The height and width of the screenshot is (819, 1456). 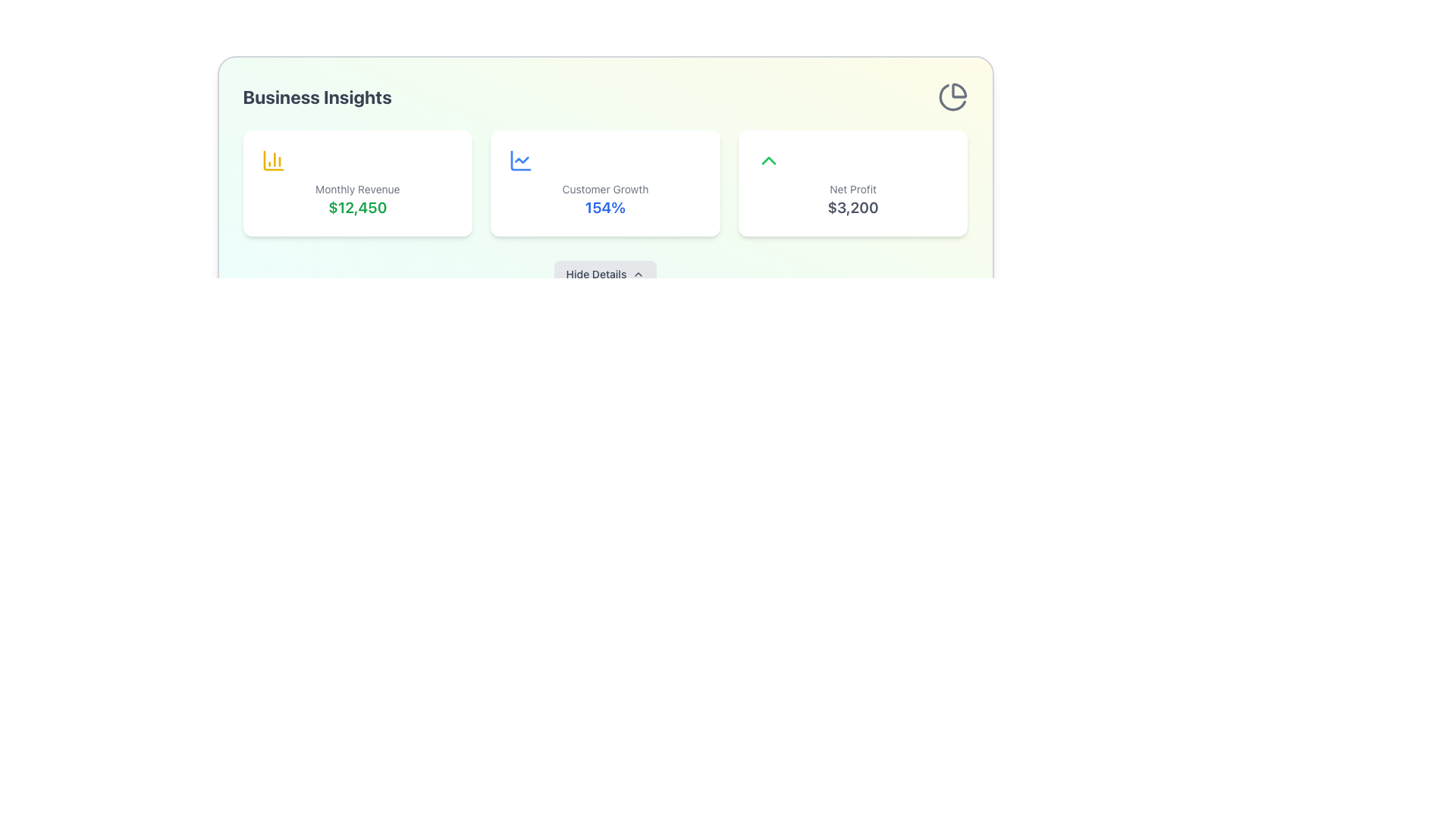 What do you see at coordinates (273, 161) in the screenshot?
I see `the icon representing 'Monthly Revenue' located at the top of the 'Monthly Revenue' card, positioned on the leftmost side of the group of informational cards` at bounding box center [273, 161].